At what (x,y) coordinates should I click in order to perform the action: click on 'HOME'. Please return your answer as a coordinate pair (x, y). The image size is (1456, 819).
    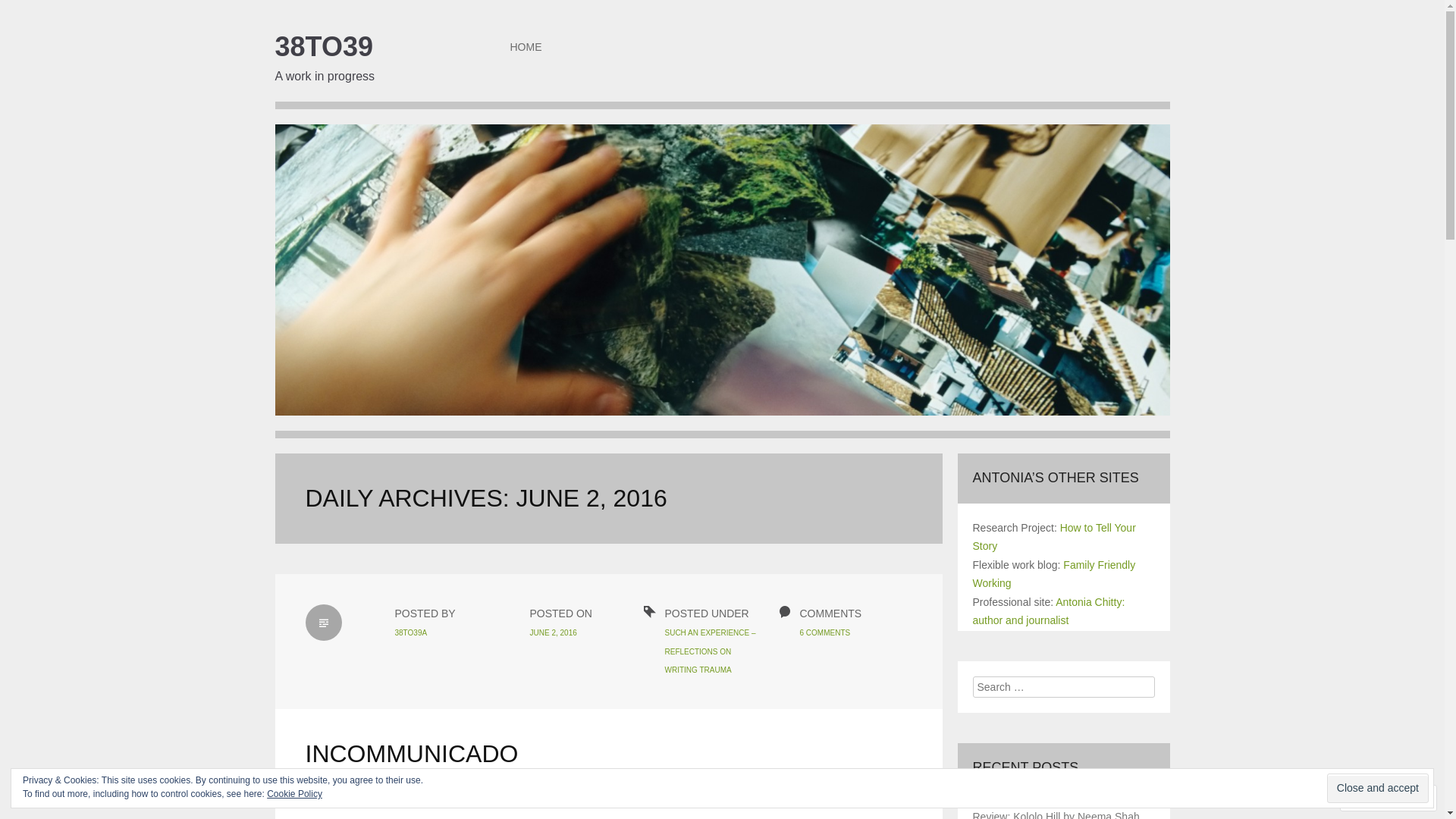
    Looking at the image, I should click on (502, 46).